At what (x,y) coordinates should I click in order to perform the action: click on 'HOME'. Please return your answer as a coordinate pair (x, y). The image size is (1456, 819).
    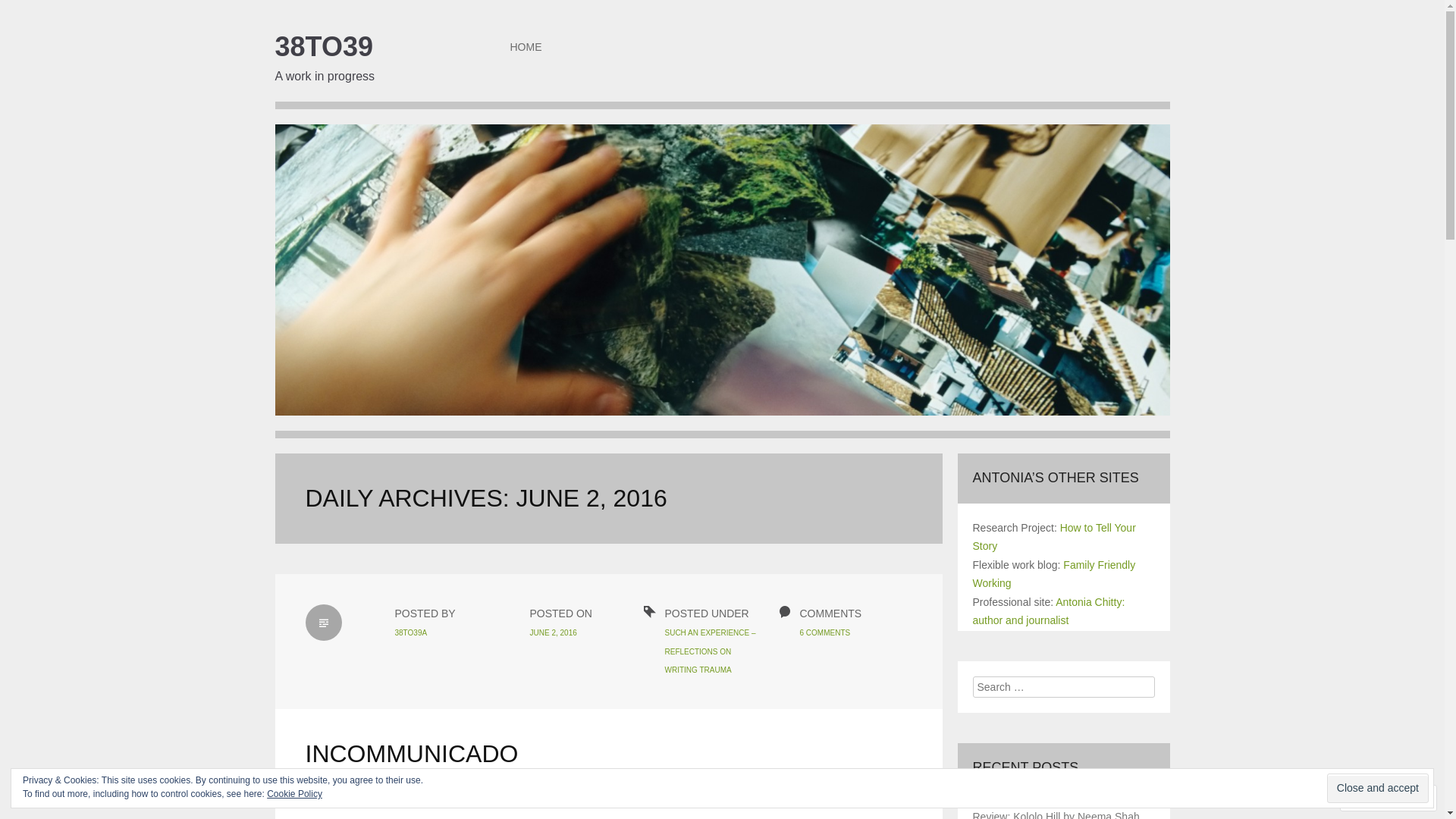
    Looking at the image, I should click on (502, 46).